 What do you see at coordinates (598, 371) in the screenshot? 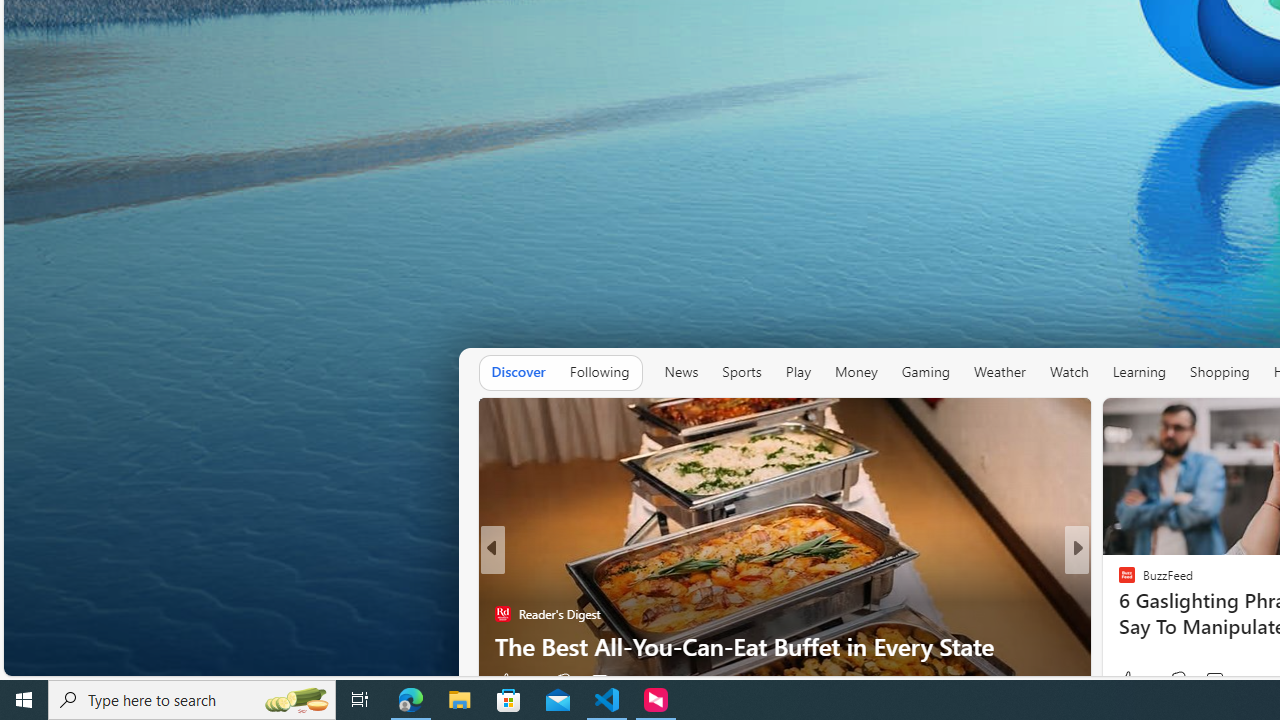
I see `'Following'` at bounding box center [598, 371].